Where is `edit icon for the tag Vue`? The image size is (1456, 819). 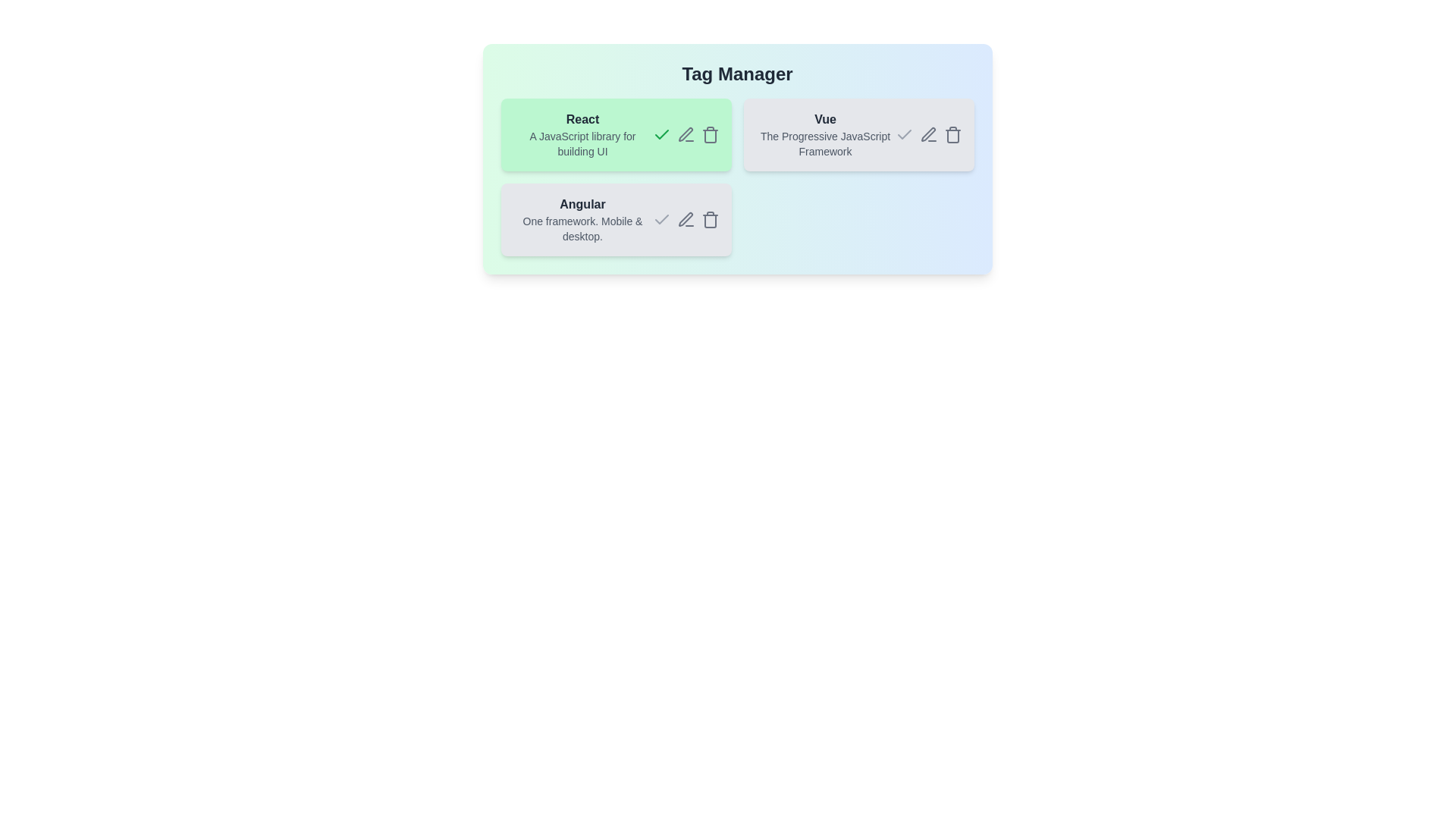
edit icon for the tag Vue is located at coordinates (927, 133).